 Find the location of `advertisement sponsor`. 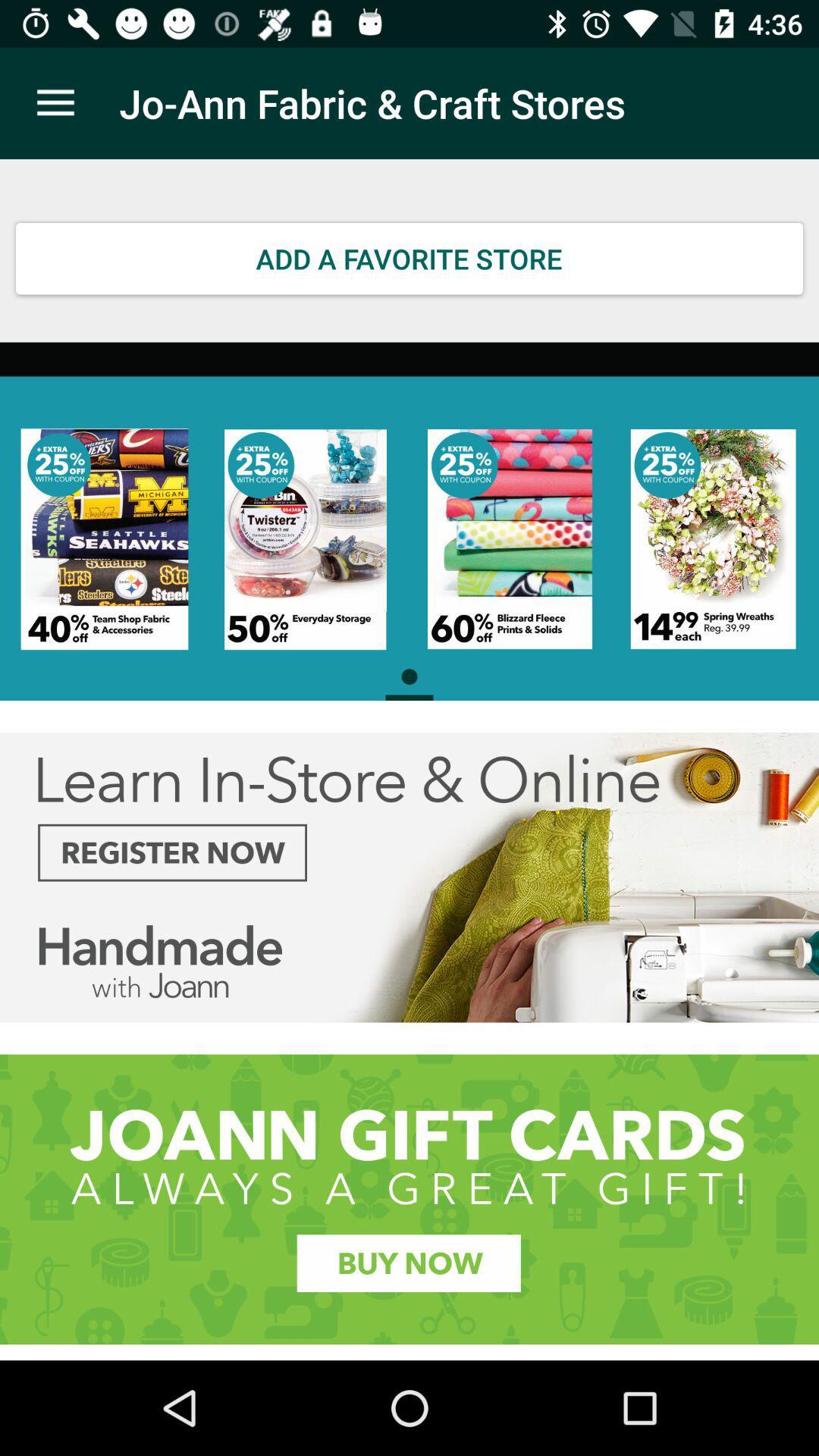

advertisement sponsor is located at coordinates (409, 1198).